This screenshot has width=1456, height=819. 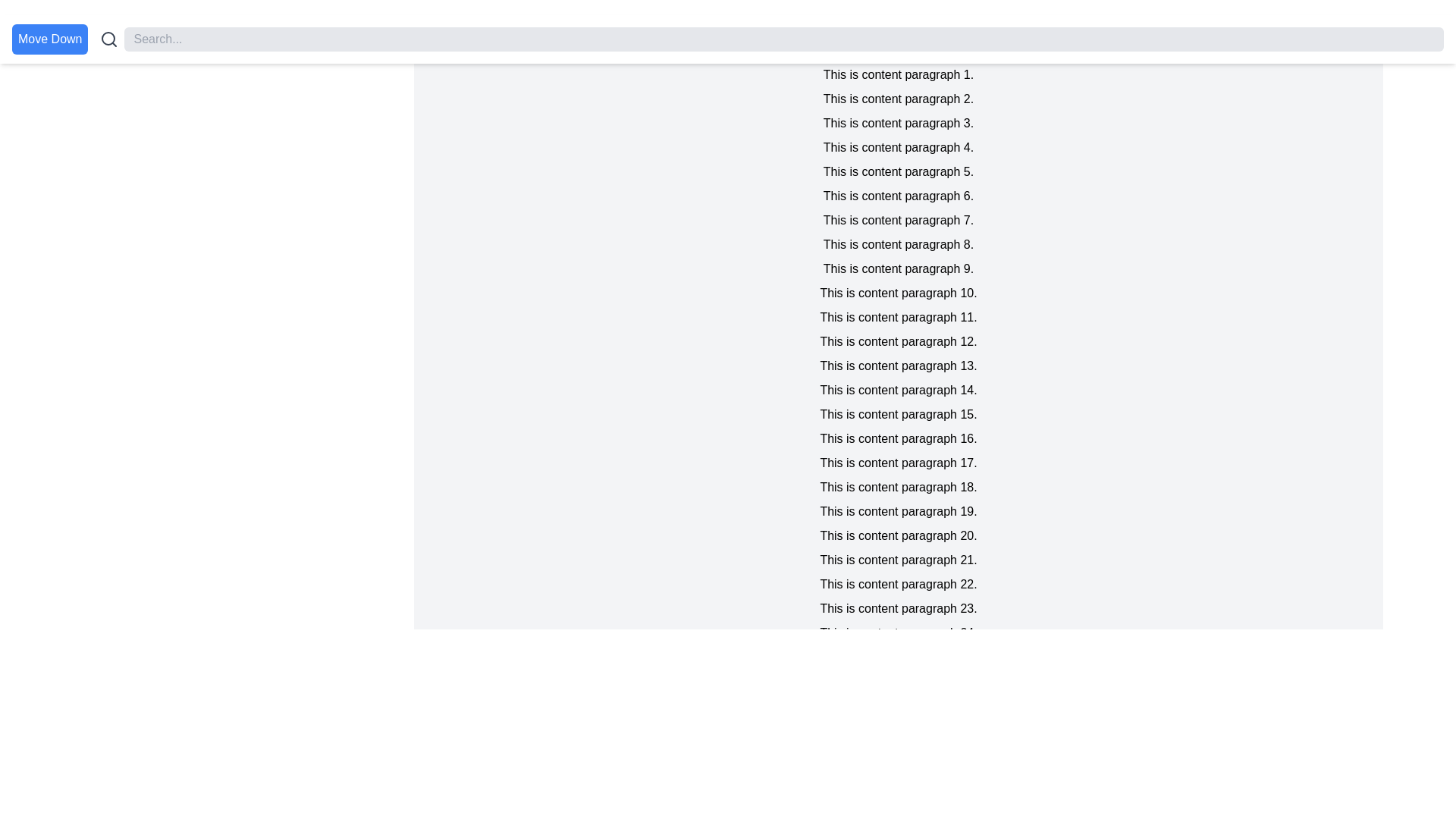 I want to click on the sixth paragraph of the informational text content to select the text, so click(x=899, y=195).